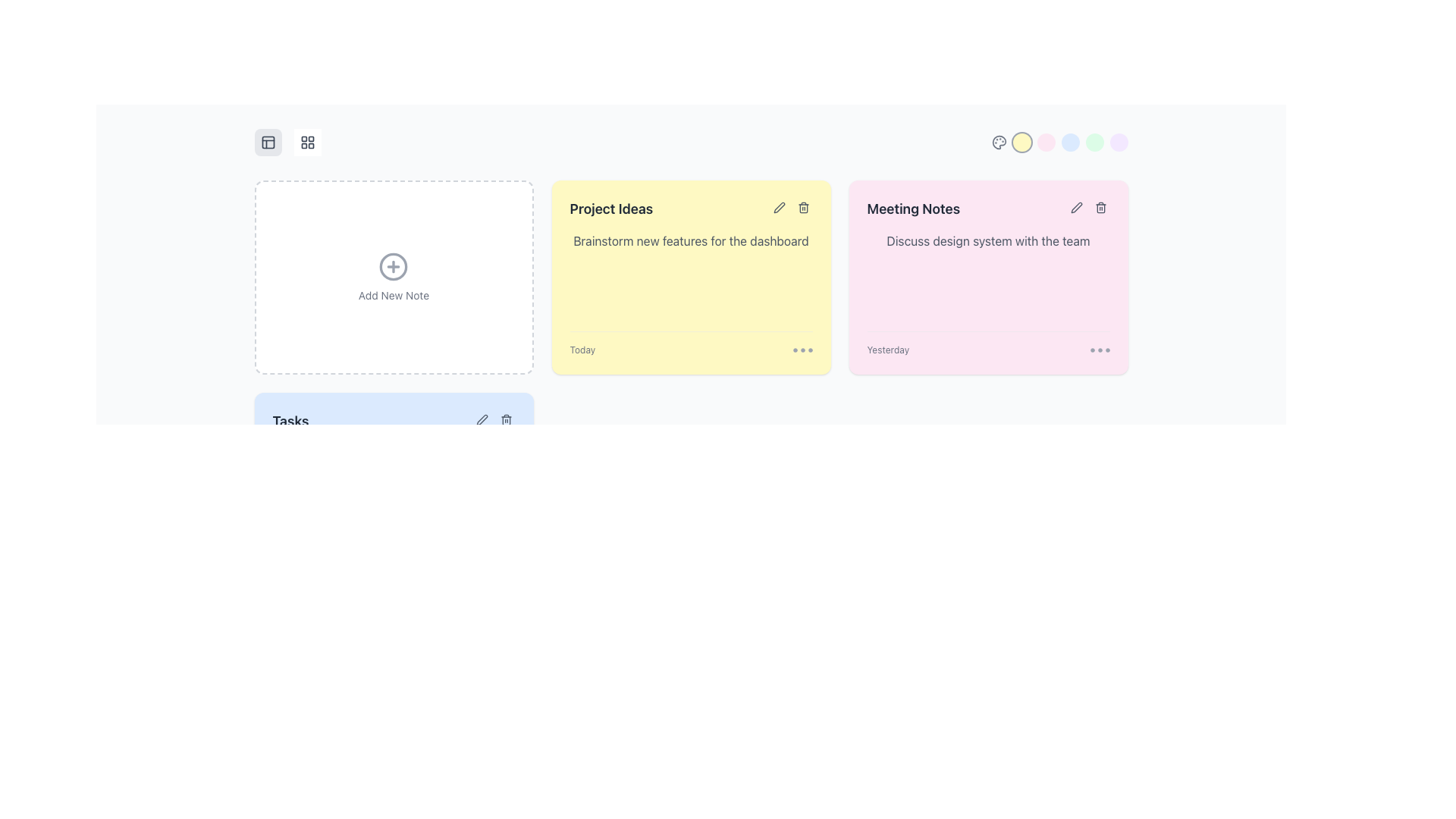 This screenshot has width=1456, height=819. Describe the element at coordinates (690, 344) in the screenshot. I see `the three dots in the bottom-right section of the 'Project Ideas' card` at that location.